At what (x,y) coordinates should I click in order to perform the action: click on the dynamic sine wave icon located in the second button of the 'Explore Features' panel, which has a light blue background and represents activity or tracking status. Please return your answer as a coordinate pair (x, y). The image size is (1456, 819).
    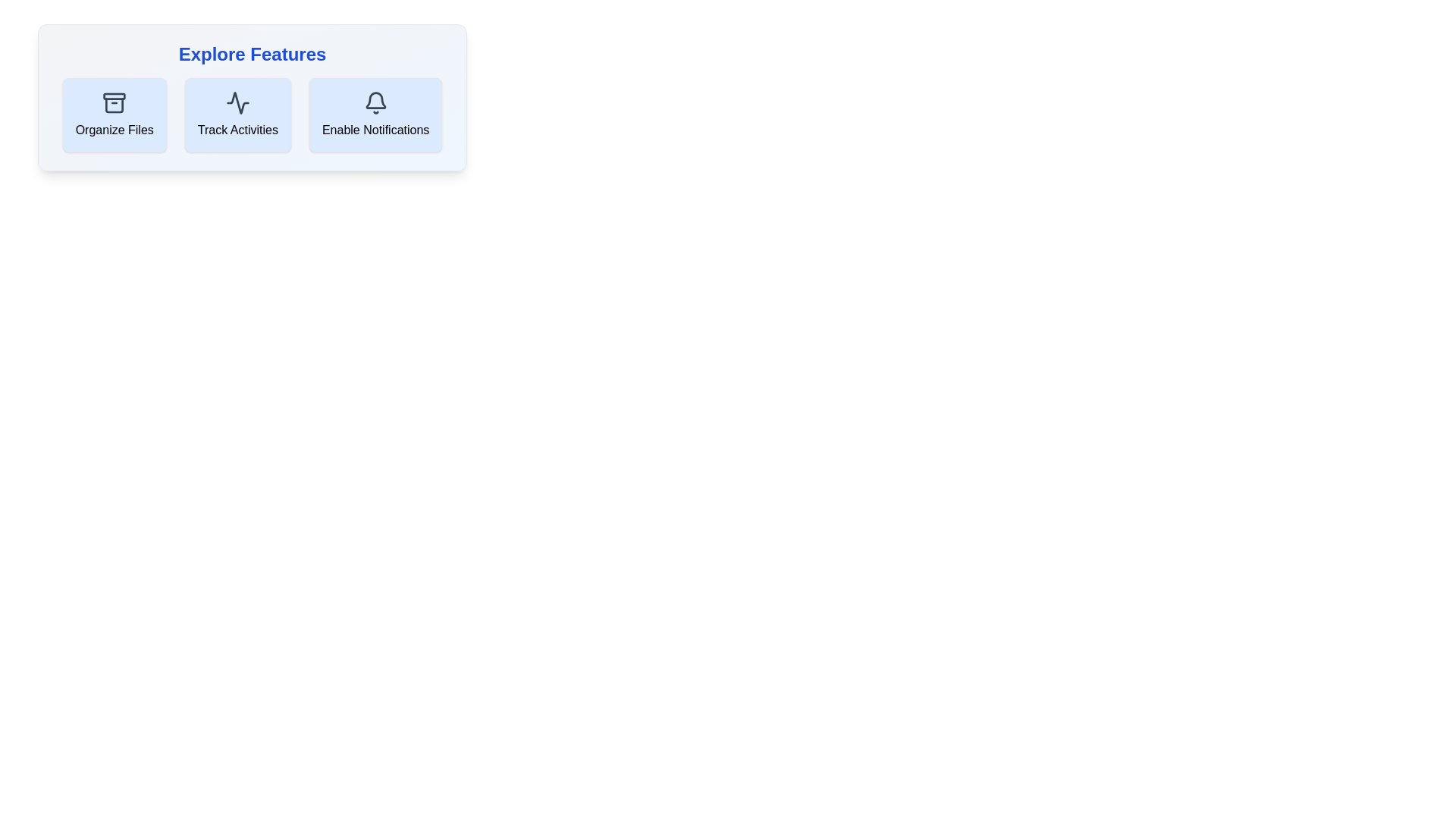
    Looking at the image, I should click on (237, 102).